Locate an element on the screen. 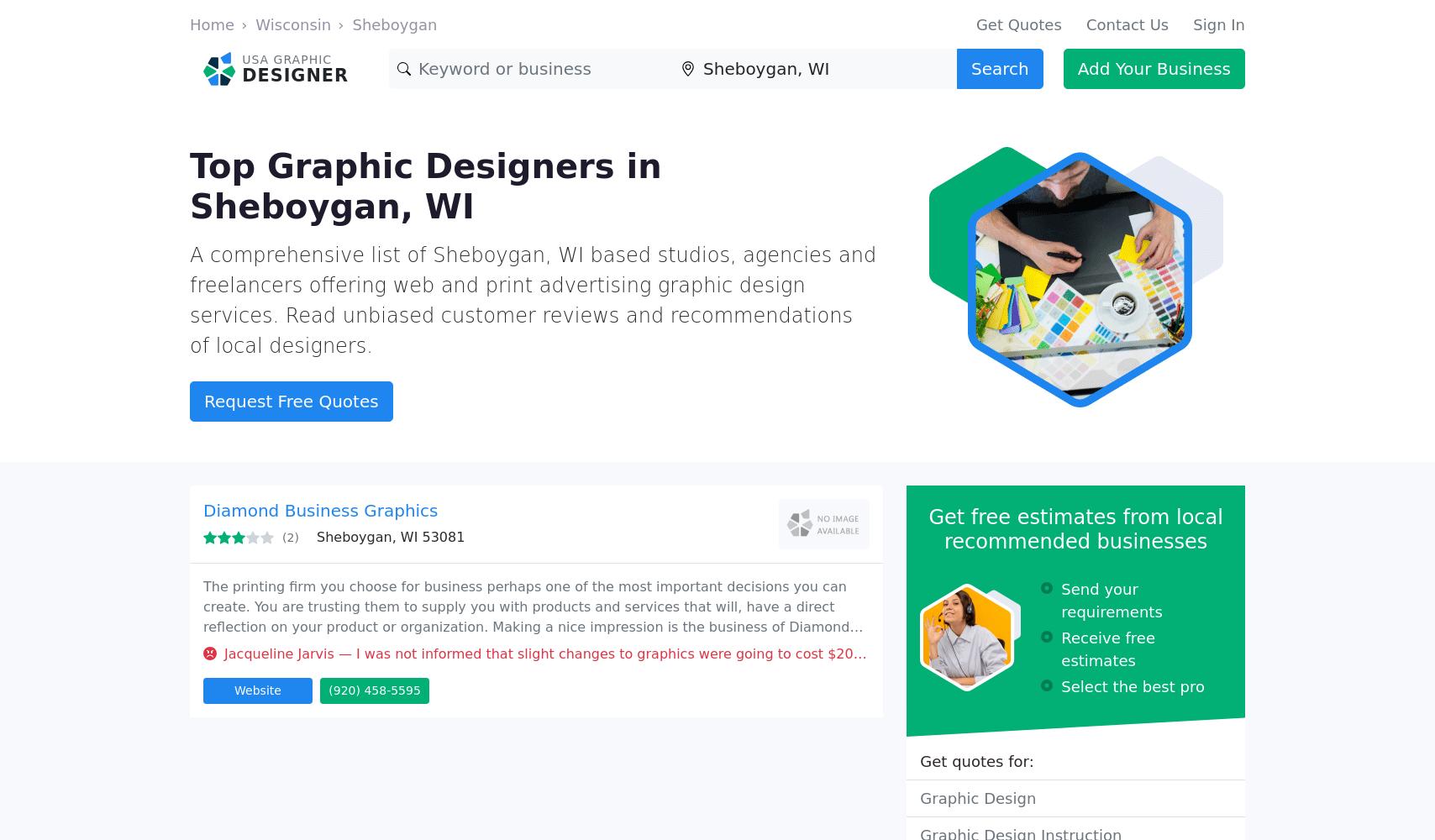 The image size is (1435, 840). 'Sheboygan, WI 53081' is located at coordinates (390, 537).